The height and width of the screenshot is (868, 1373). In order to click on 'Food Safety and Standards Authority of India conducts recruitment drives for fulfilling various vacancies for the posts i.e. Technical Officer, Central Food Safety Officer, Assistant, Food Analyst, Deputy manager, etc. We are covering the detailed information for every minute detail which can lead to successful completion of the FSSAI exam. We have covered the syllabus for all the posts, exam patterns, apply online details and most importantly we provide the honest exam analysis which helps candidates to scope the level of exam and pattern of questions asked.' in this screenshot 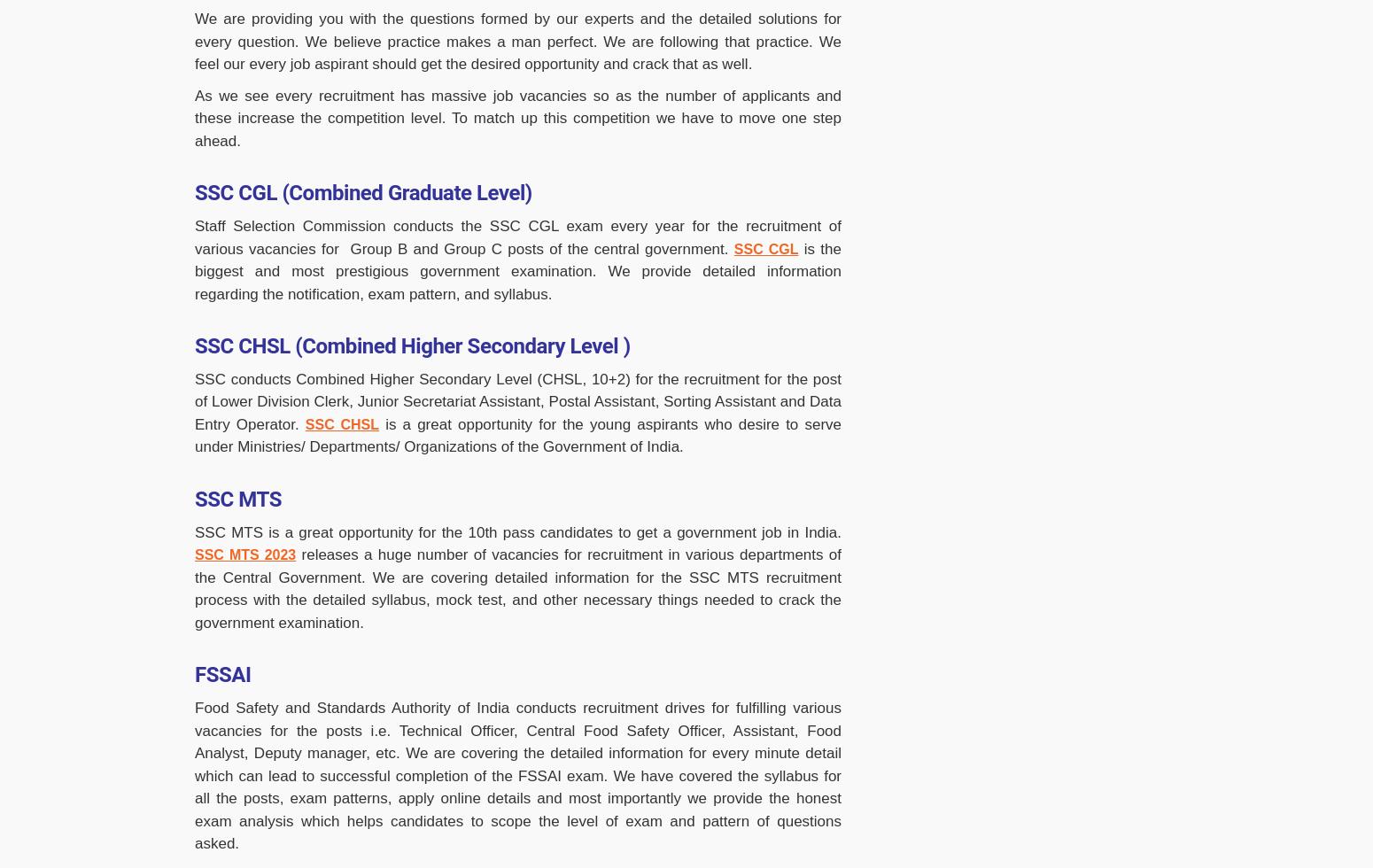, I will do `click(517, 776)`.